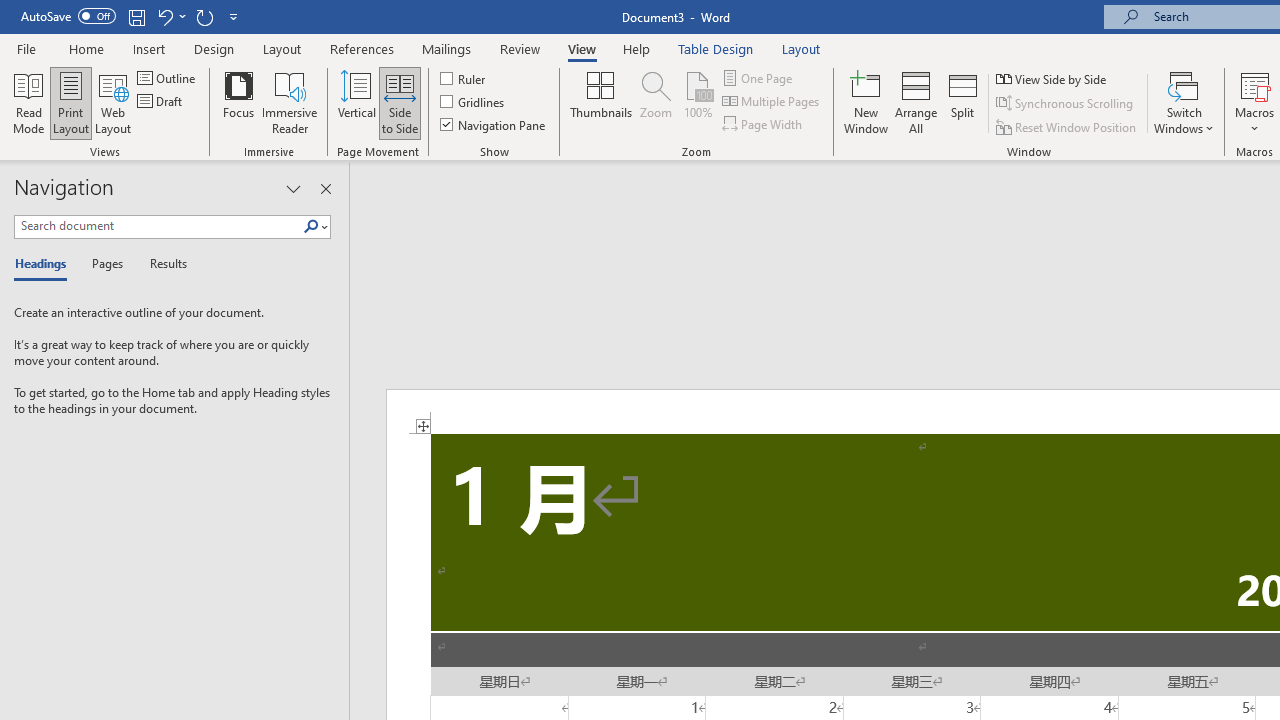  What do you see at coordinates (238, 103) in the screenshot?
I see `'Focus'` at bounding box center [238, 103].